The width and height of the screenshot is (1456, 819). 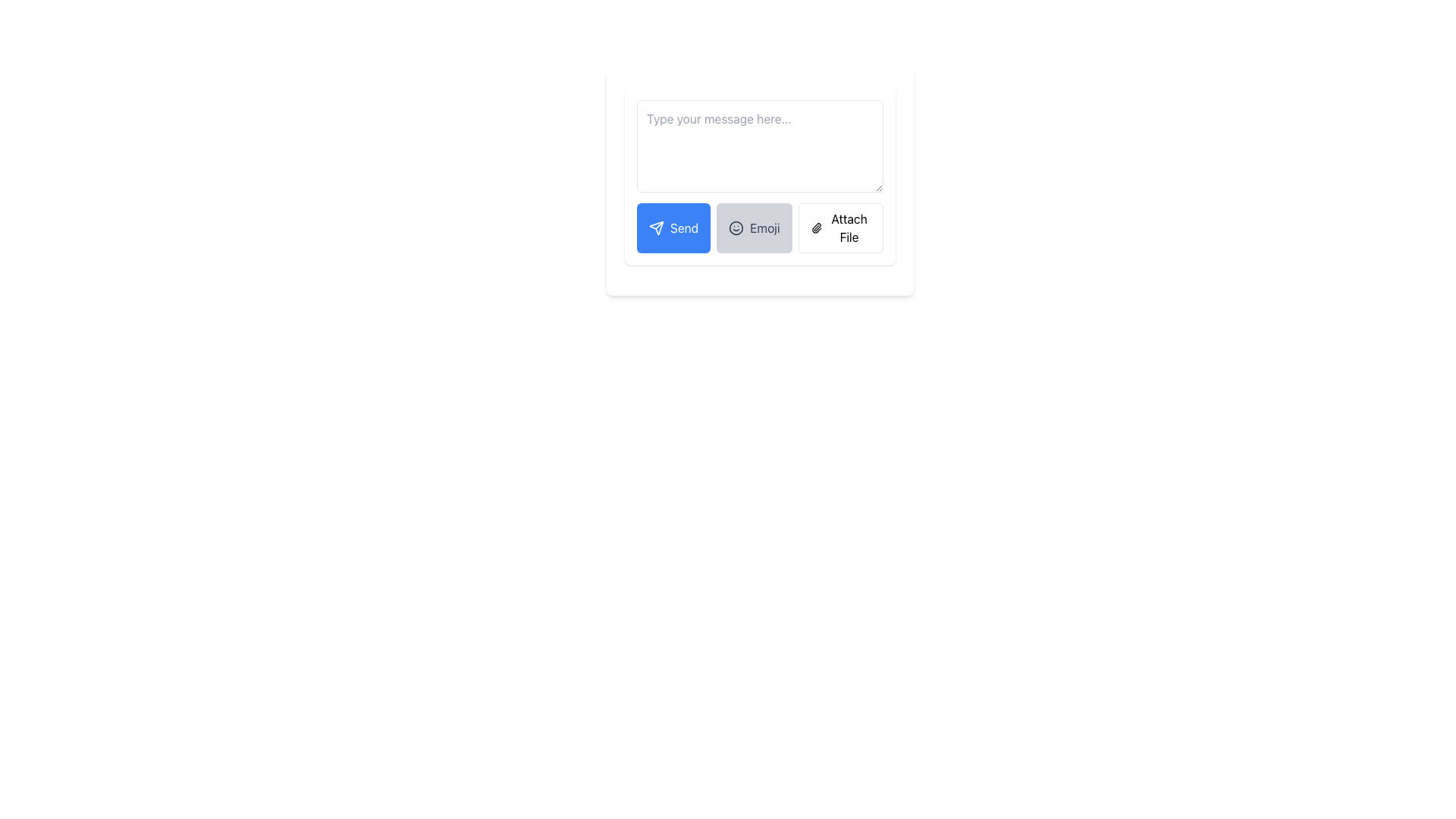 What do you see at coordinates (736, 227) in the screenshot?
I see `the emoji icon located on the left side of the 'Emoji' button, which is directly to the left of the 'Emoji' text` at bounding box center [736, 227].